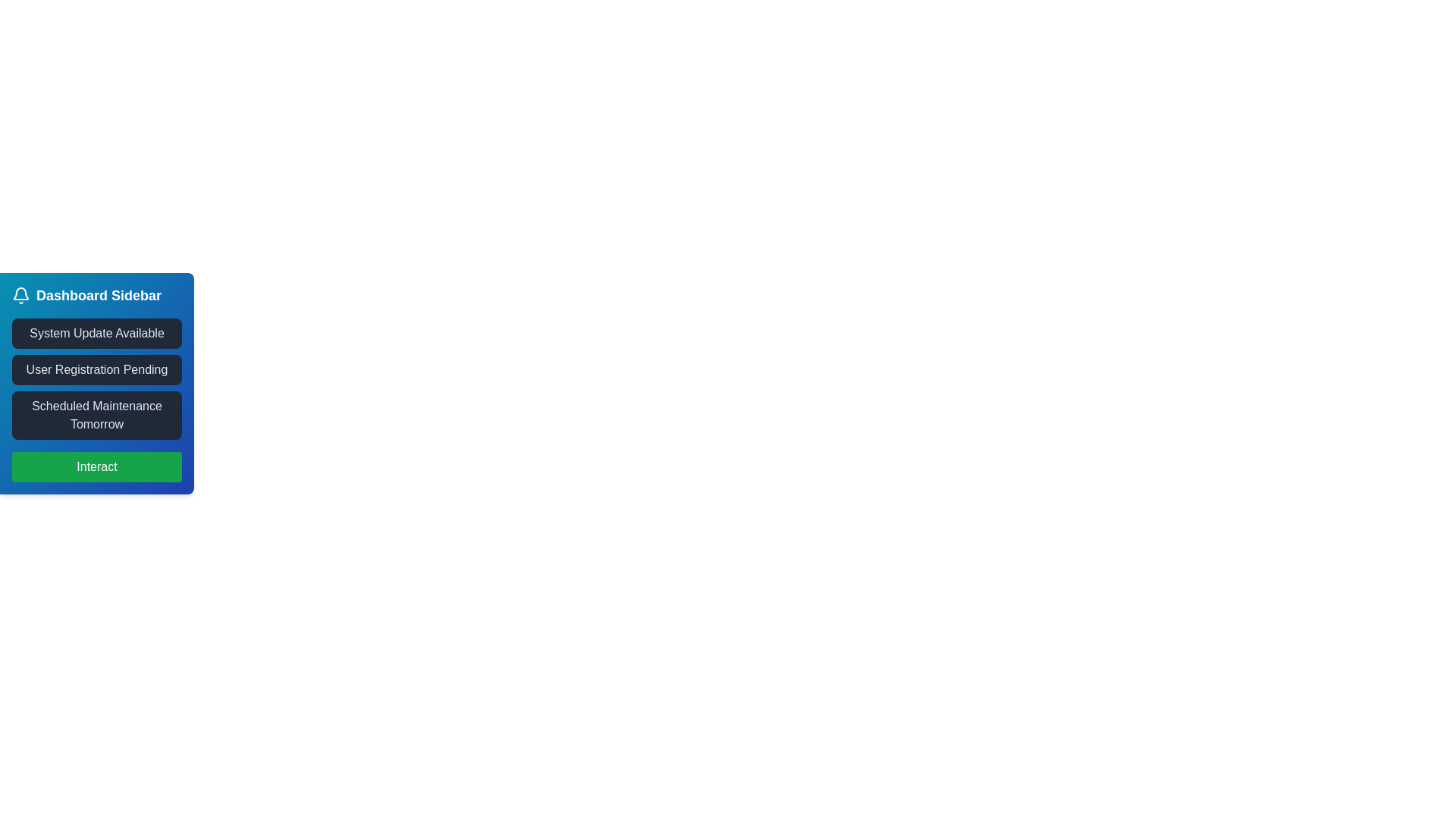 This screenshot has height=819, width=1456. Describe the element at coordinates (96, 415) in the screenshot. I see `the notification card labeled 'Scheduled Maintenance Tomorrow' which is positioned in the blue sidebar, below 'System Update Available' and above the 'Interact' button` at that location.